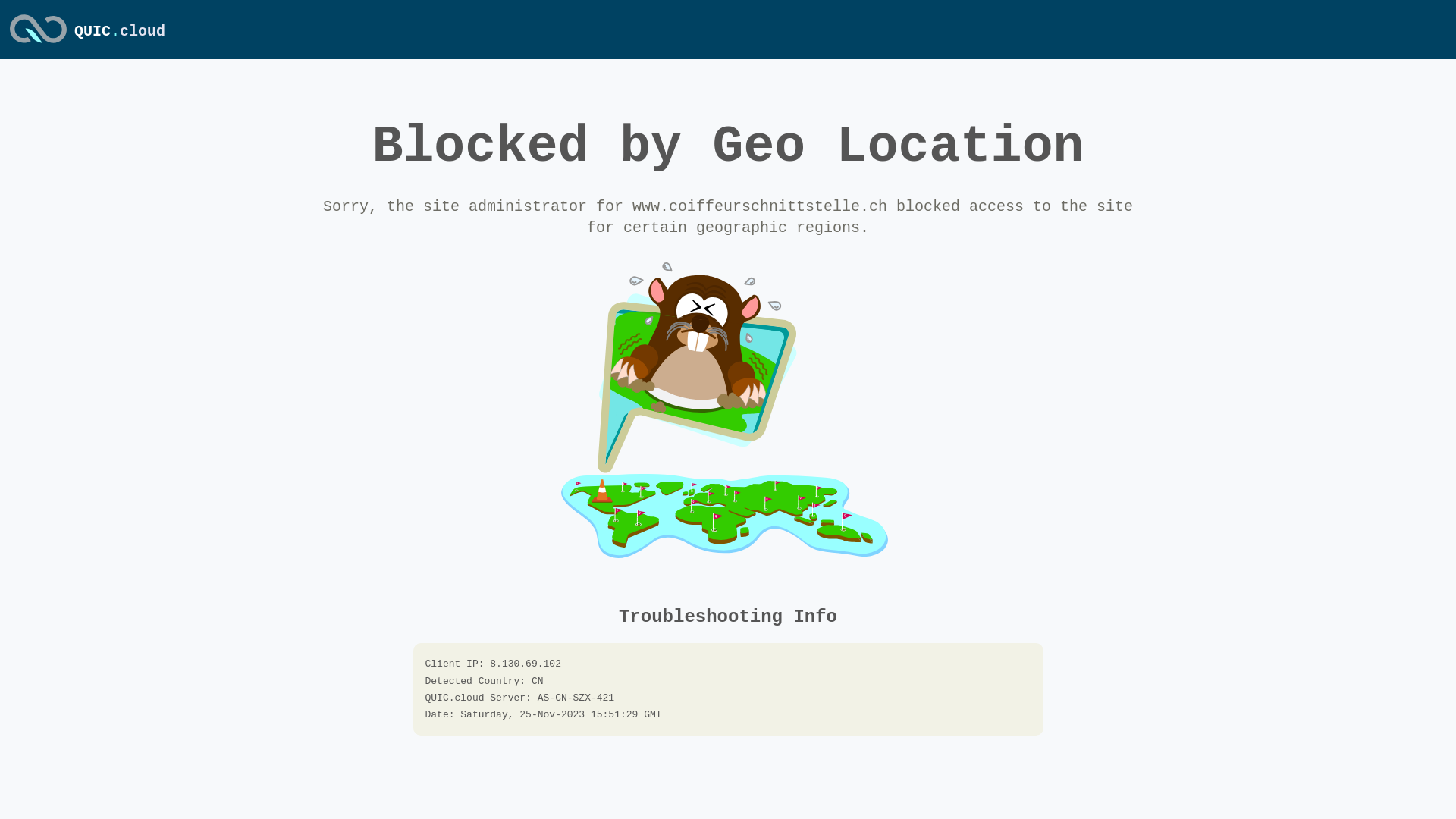  Describe the element at coordinates (38, 43) in the screenshot. I see `'QUIC.cloud'` at that location.